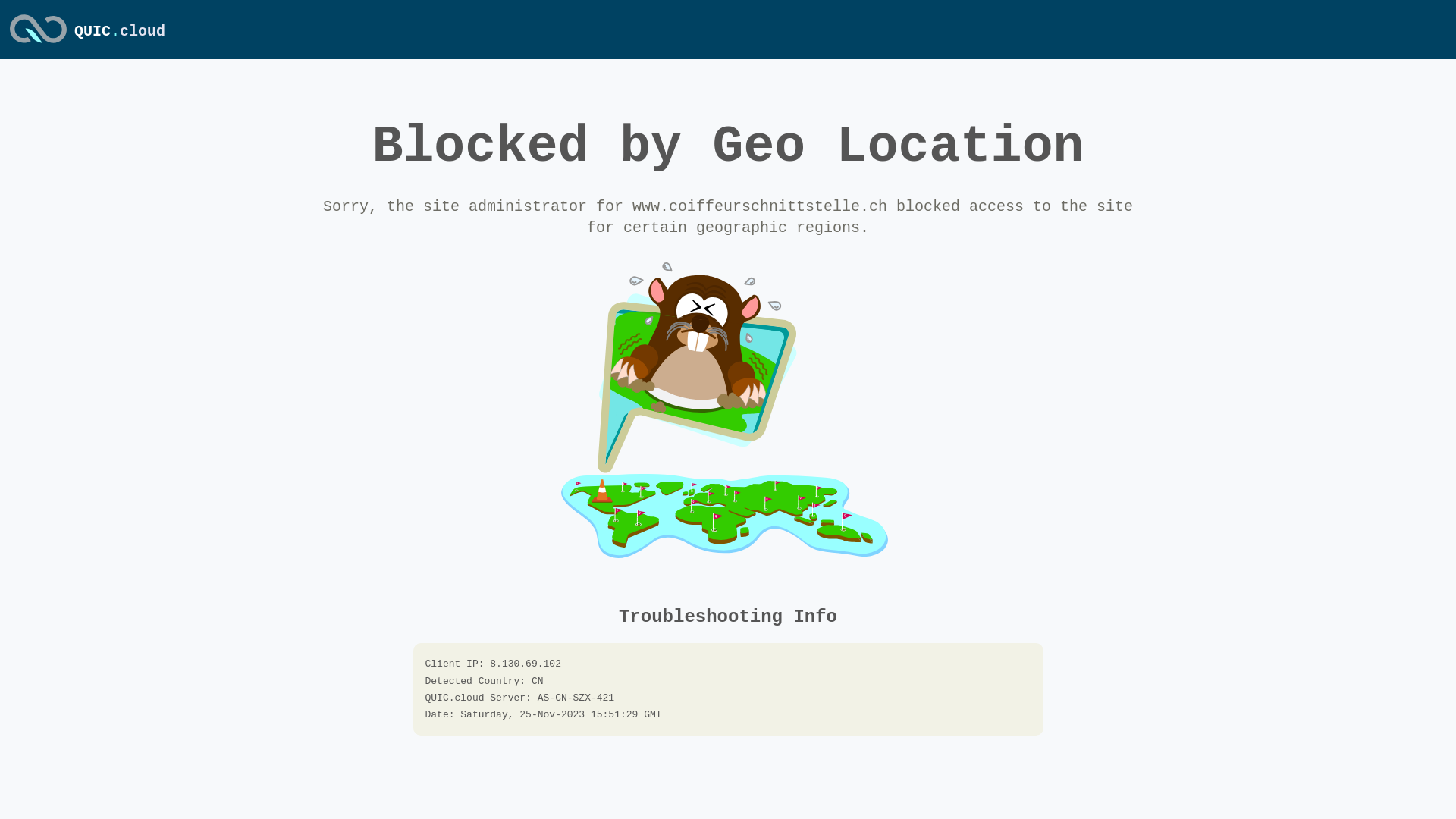  Describe the element at coordinates (38, 43) in the screenshot. I see `'QUIC.cloud'` at that location.